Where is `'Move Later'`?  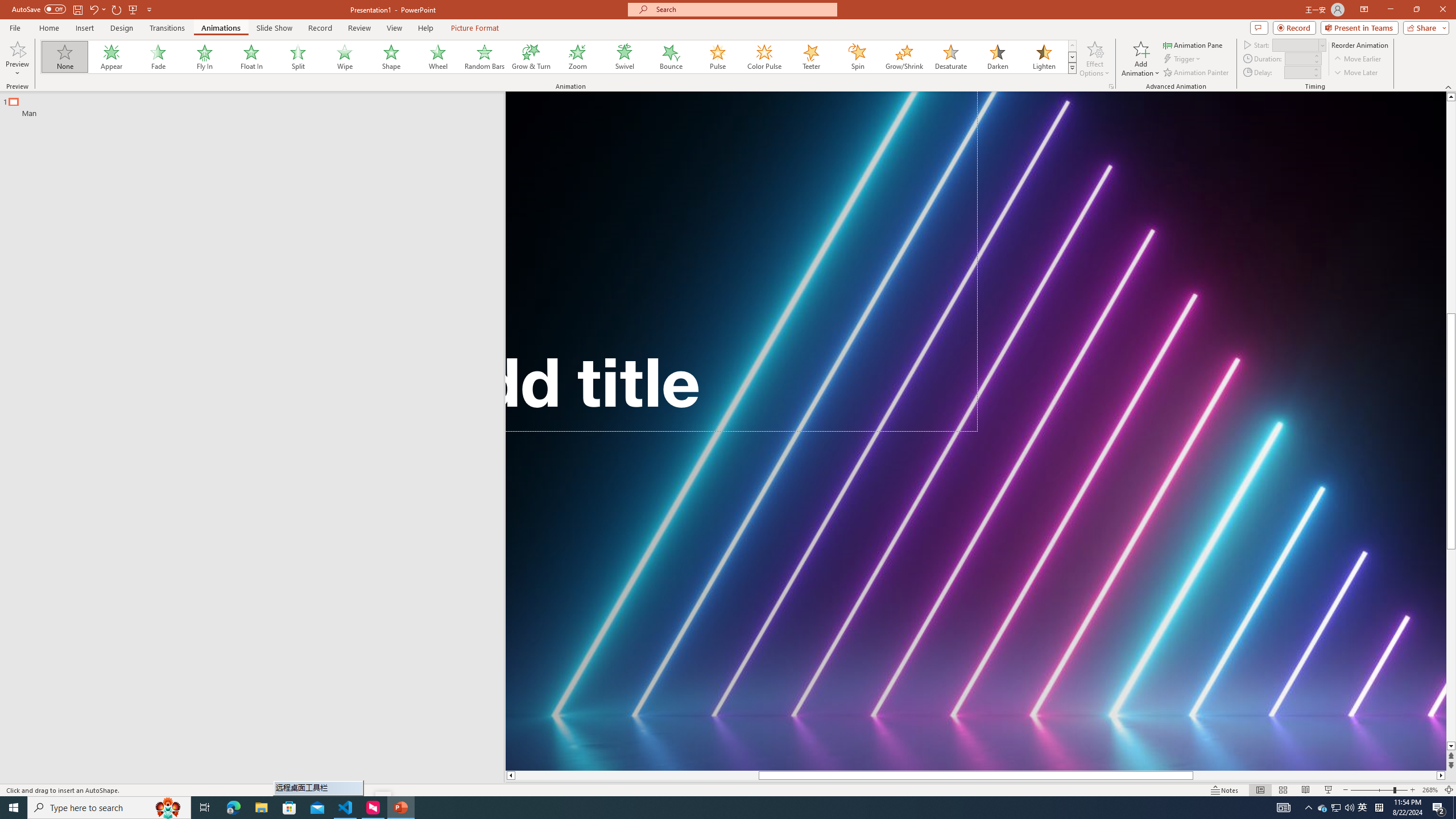
'Move Later' is located at coordinates (1356, 72).